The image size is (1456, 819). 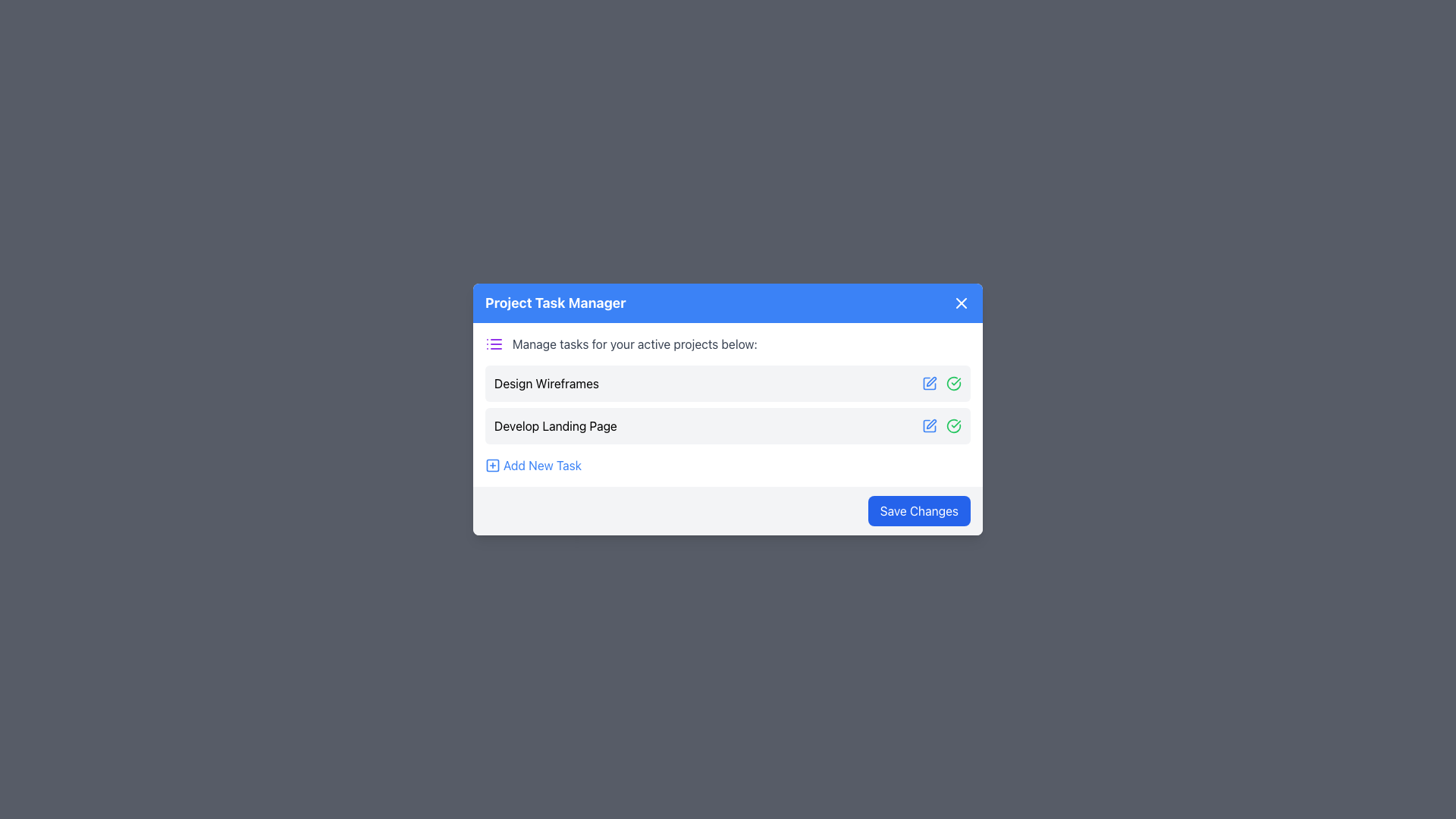 What do you see at coordinates (492, 464) in the screenshot?
I see `the small square with rounded corners that forms the background of the SVG icon, located to the right of the task name in the task list` at bounding box center [492, 464].